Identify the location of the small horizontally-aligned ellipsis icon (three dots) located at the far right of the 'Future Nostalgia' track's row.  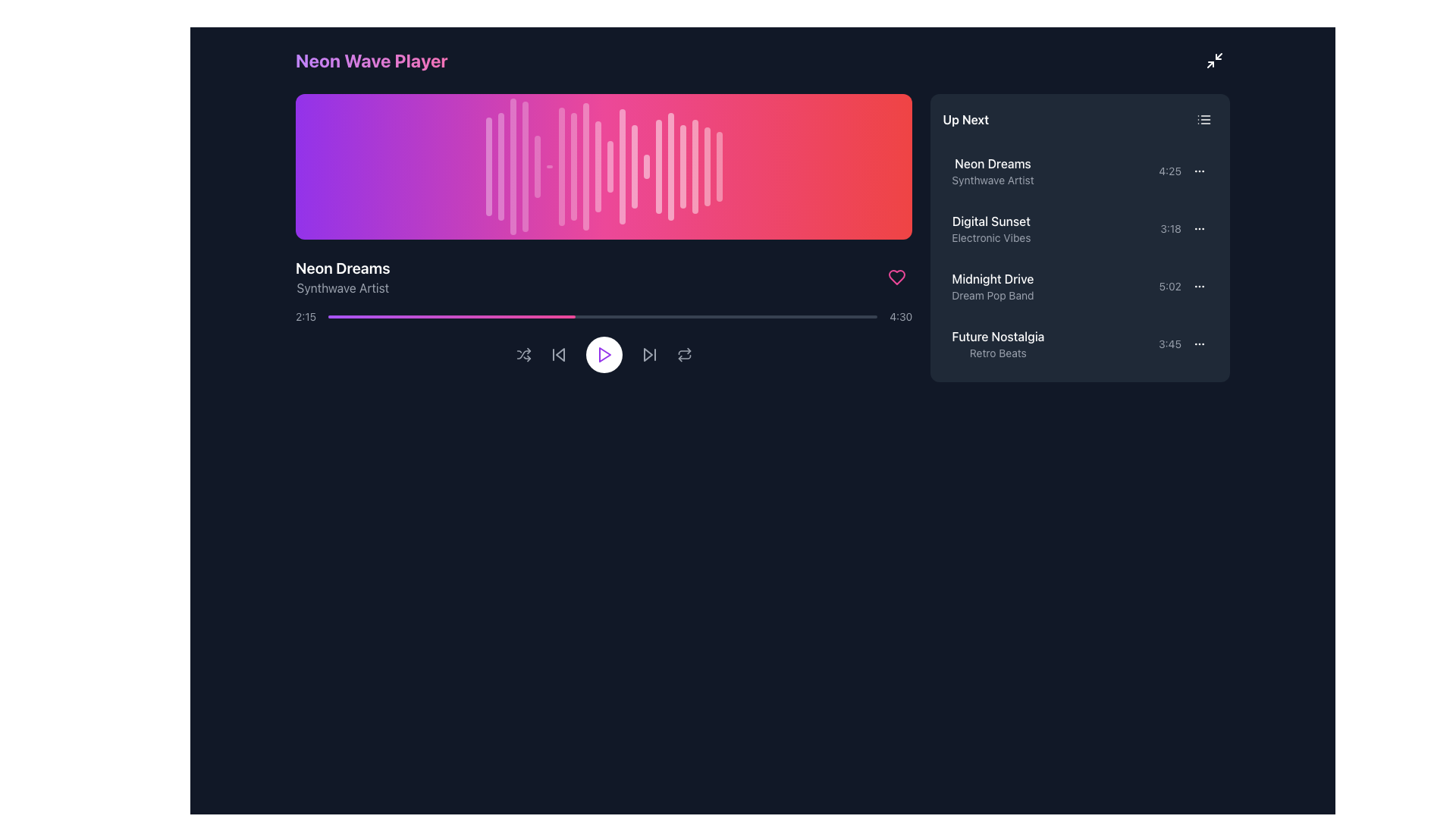
(1198, 344).